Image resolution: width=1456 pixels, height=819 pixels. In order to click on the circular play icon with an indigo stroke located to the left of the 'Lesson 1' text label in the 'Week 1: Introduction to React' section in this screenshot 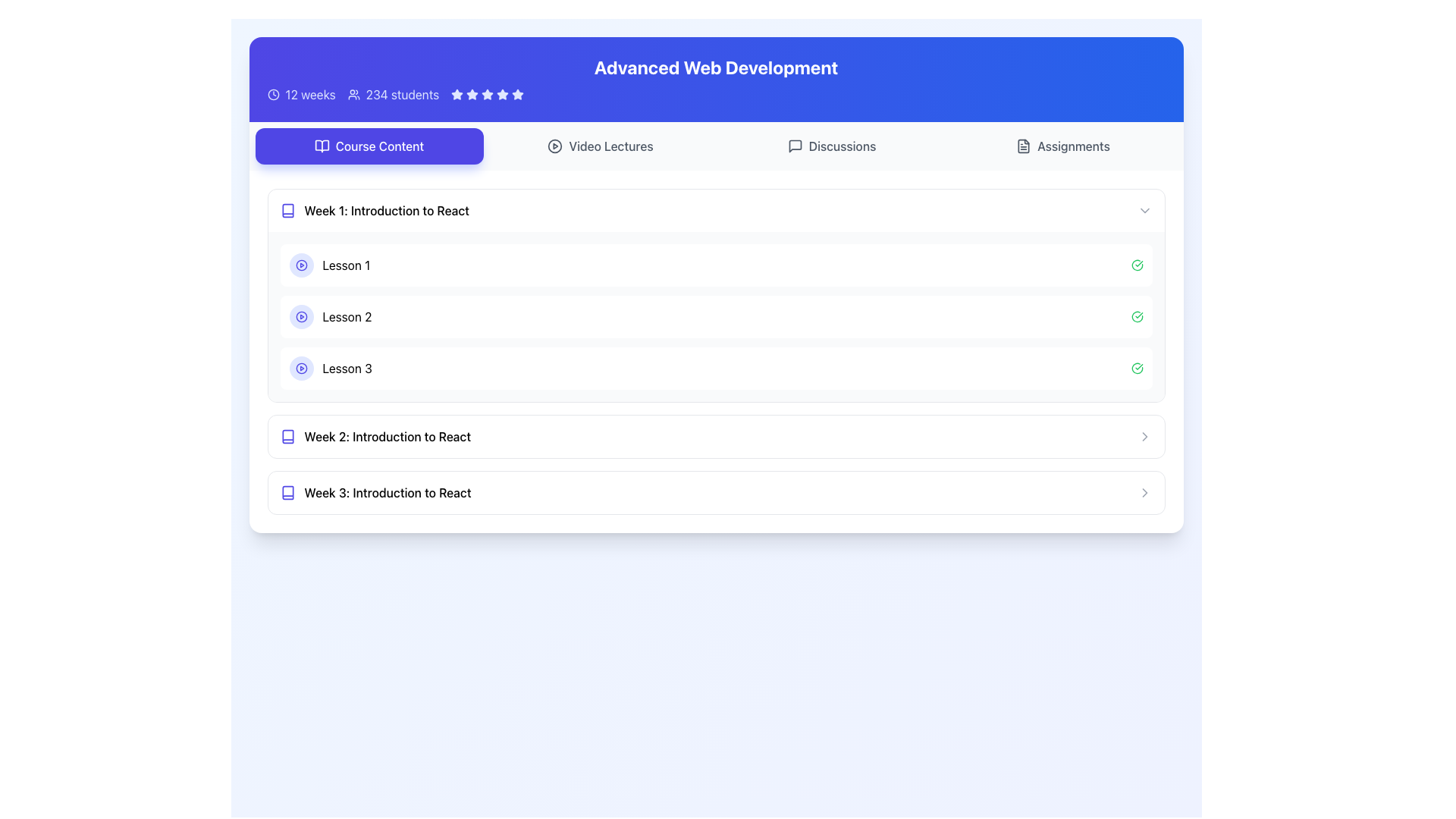, I will do `click(301, 265)`.